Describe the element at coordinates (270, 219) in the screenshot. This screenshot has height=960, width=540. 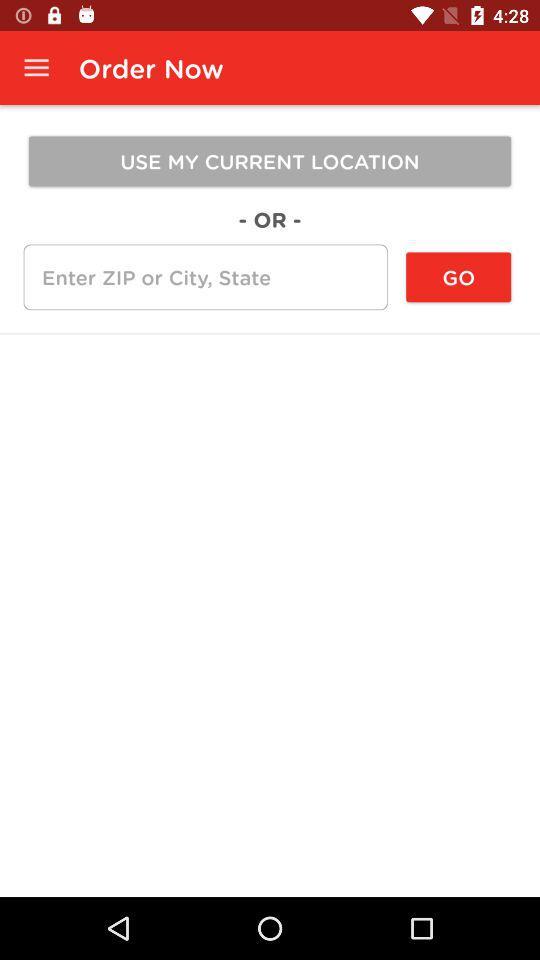
I see `icon below use my current icon` at that location.